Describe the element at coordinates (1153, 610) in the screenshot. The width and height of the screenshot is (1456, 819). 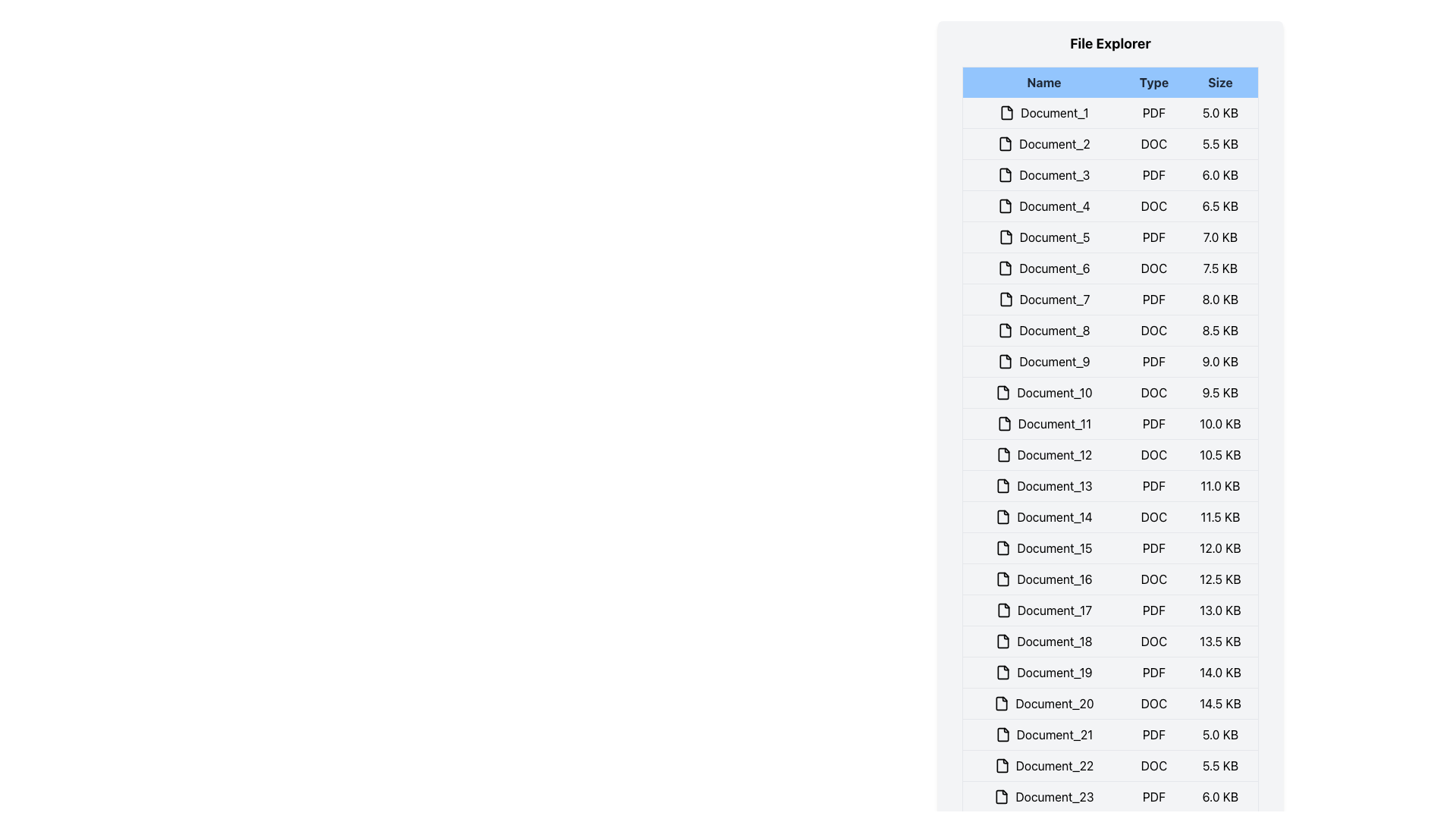
I see `the text label displaying 'PDF' that is part of the row for 'Document_17' in the 'Type' column of the file explorer table` at that location.